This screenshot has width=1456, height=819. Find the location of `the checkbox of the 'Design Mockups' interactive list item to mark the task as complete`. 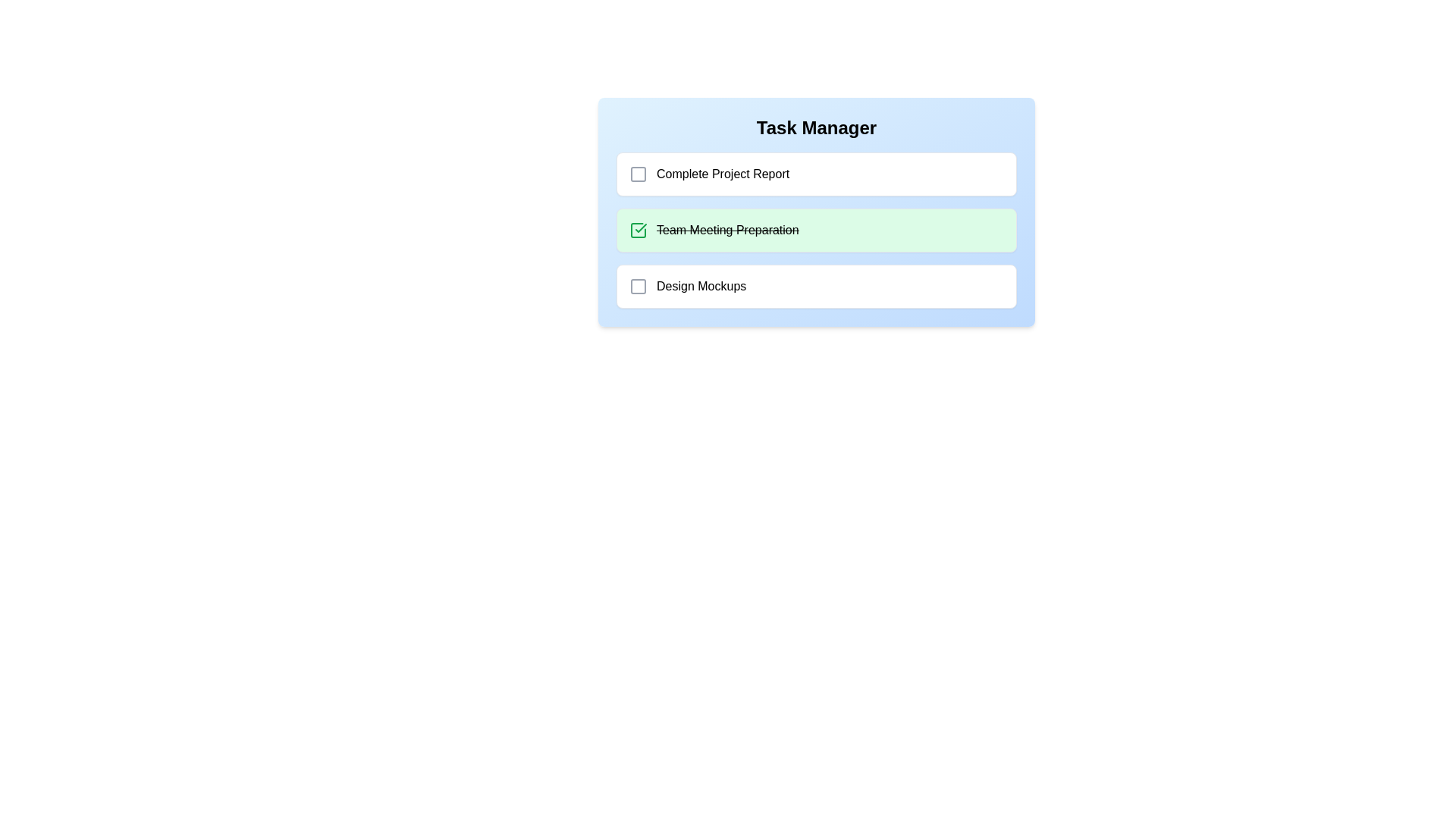

the checkbox of the 'Design Mockups' interactive list item to mark the task as complete is located at coordinates (815, 287).